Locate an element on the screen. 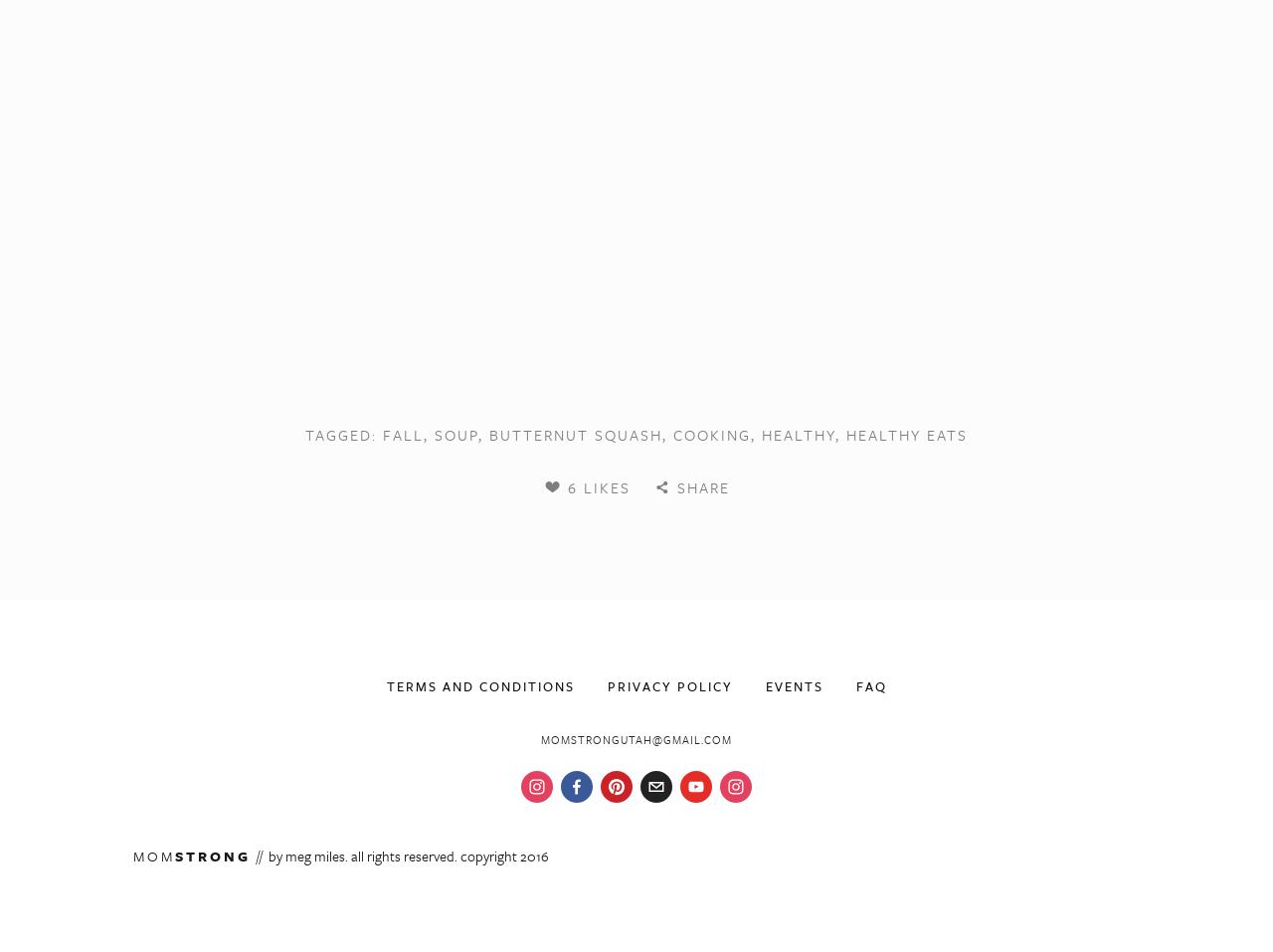 This screenshot has height=952, width=1273. 'Privacy Policy' is located at coordinates (669, 685).